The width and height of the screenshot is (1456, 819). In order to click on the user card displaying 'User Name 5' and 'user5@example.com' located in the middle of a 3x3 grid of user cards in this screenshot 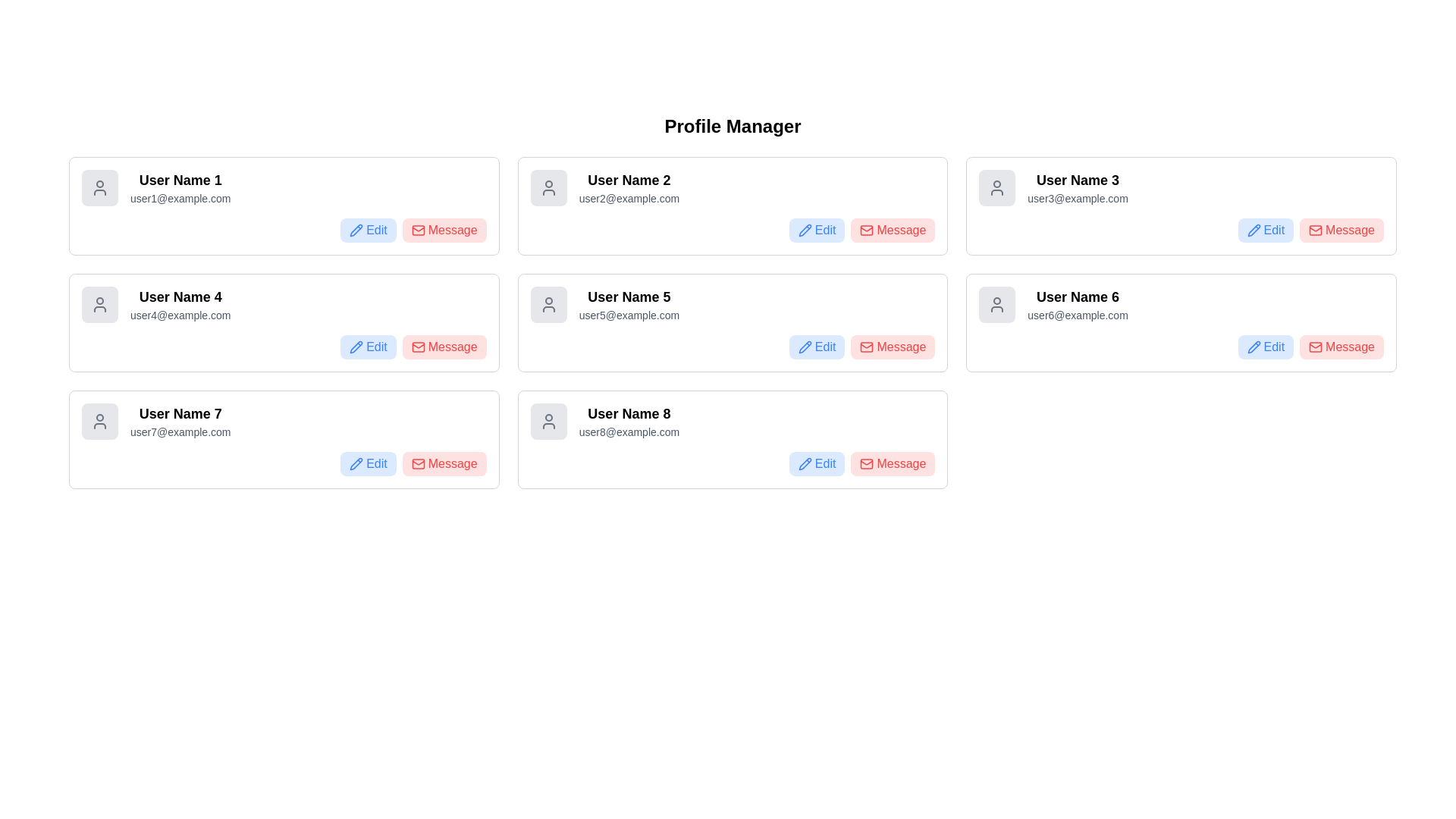, I will do `click(733, 304)`.